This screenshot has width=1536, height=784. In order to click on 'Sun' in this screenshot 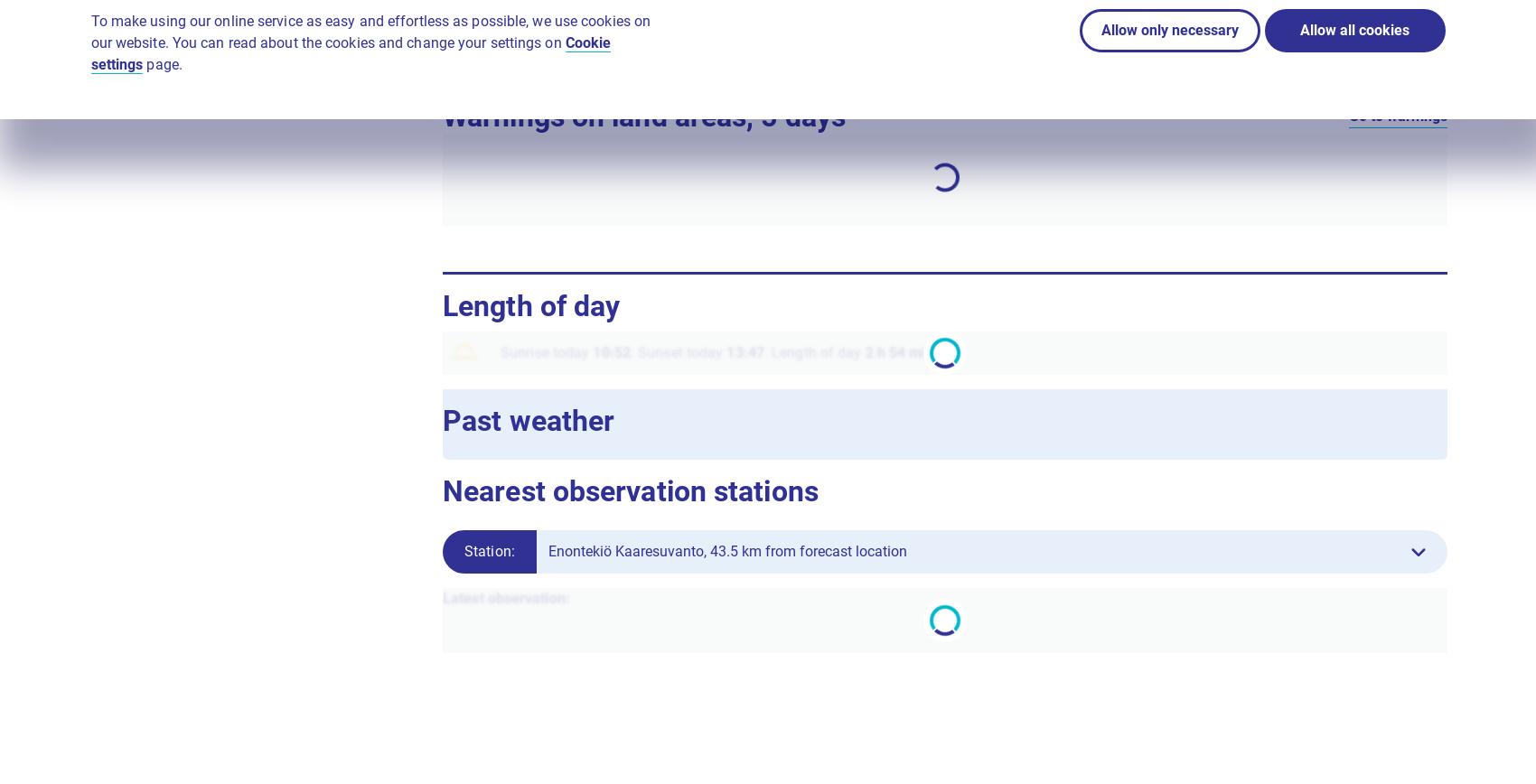, I will do `click(715, 183)`.